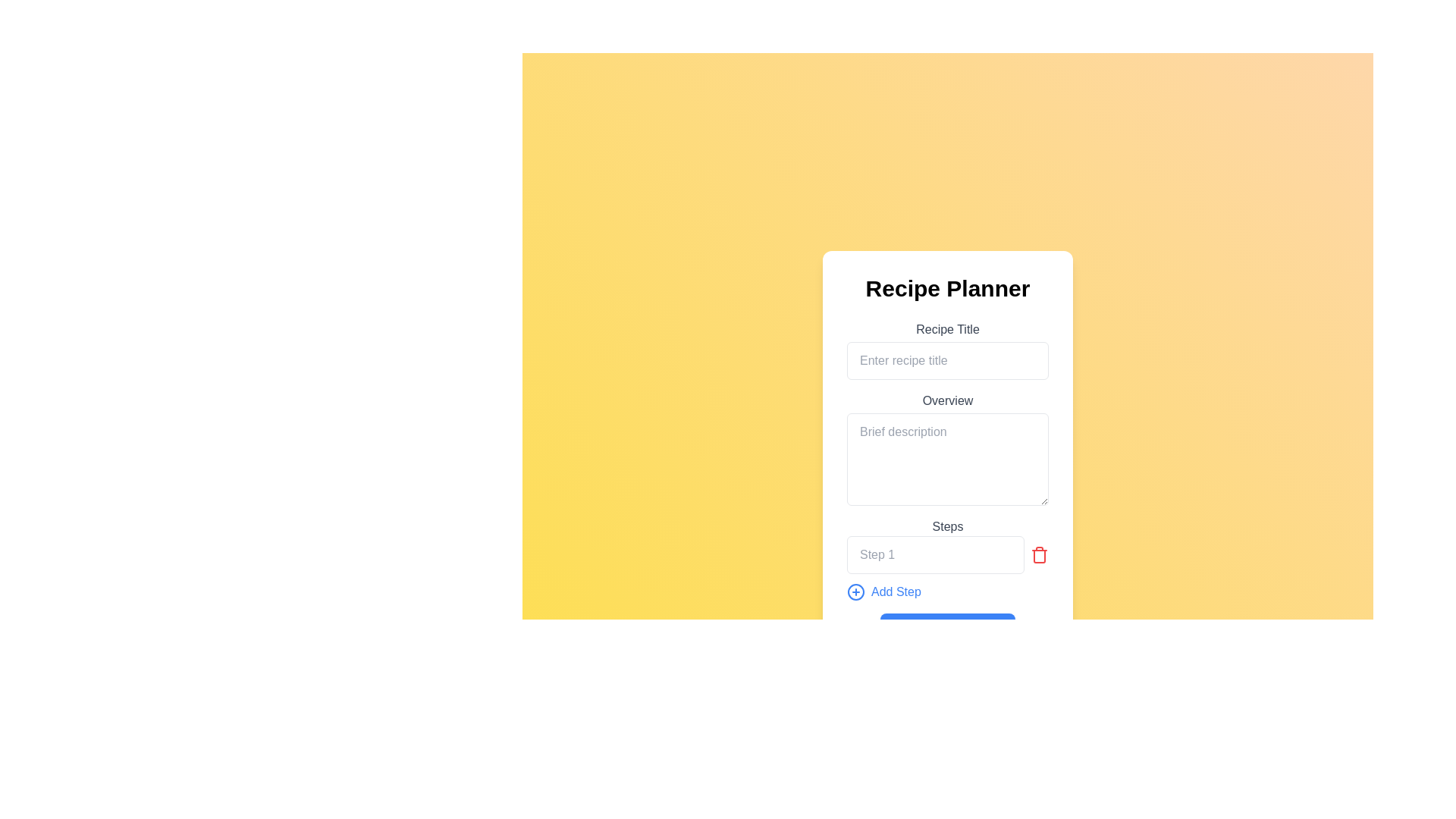 This screenshot has height=819, width=1456. I want to click on the save button located below the recipe form, so click(946, 632).